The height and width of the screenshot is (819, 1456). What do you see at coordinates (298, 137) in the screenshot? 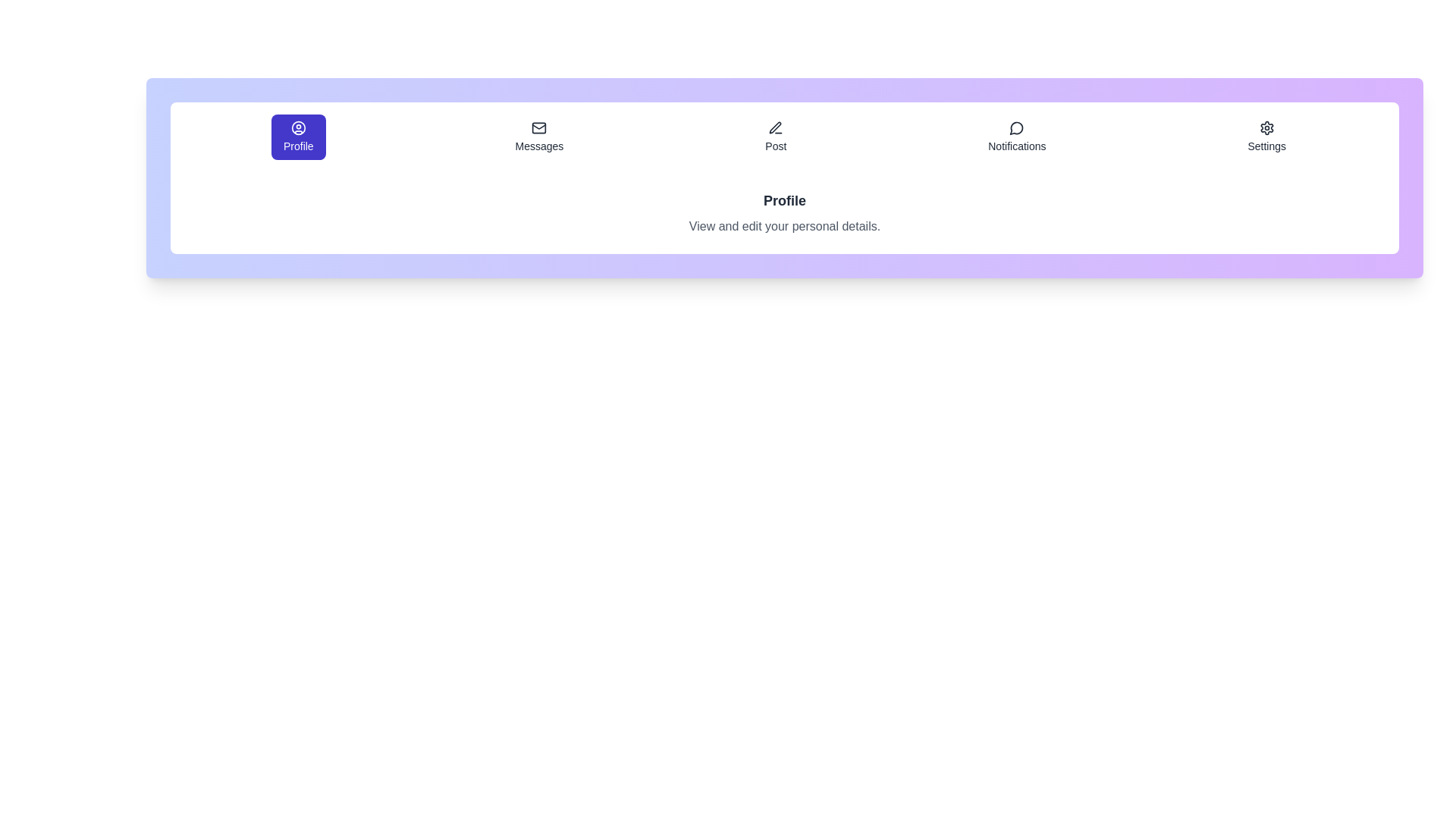
I see `the Profile tab by clicking on its button` at bounding box center [298, 137].